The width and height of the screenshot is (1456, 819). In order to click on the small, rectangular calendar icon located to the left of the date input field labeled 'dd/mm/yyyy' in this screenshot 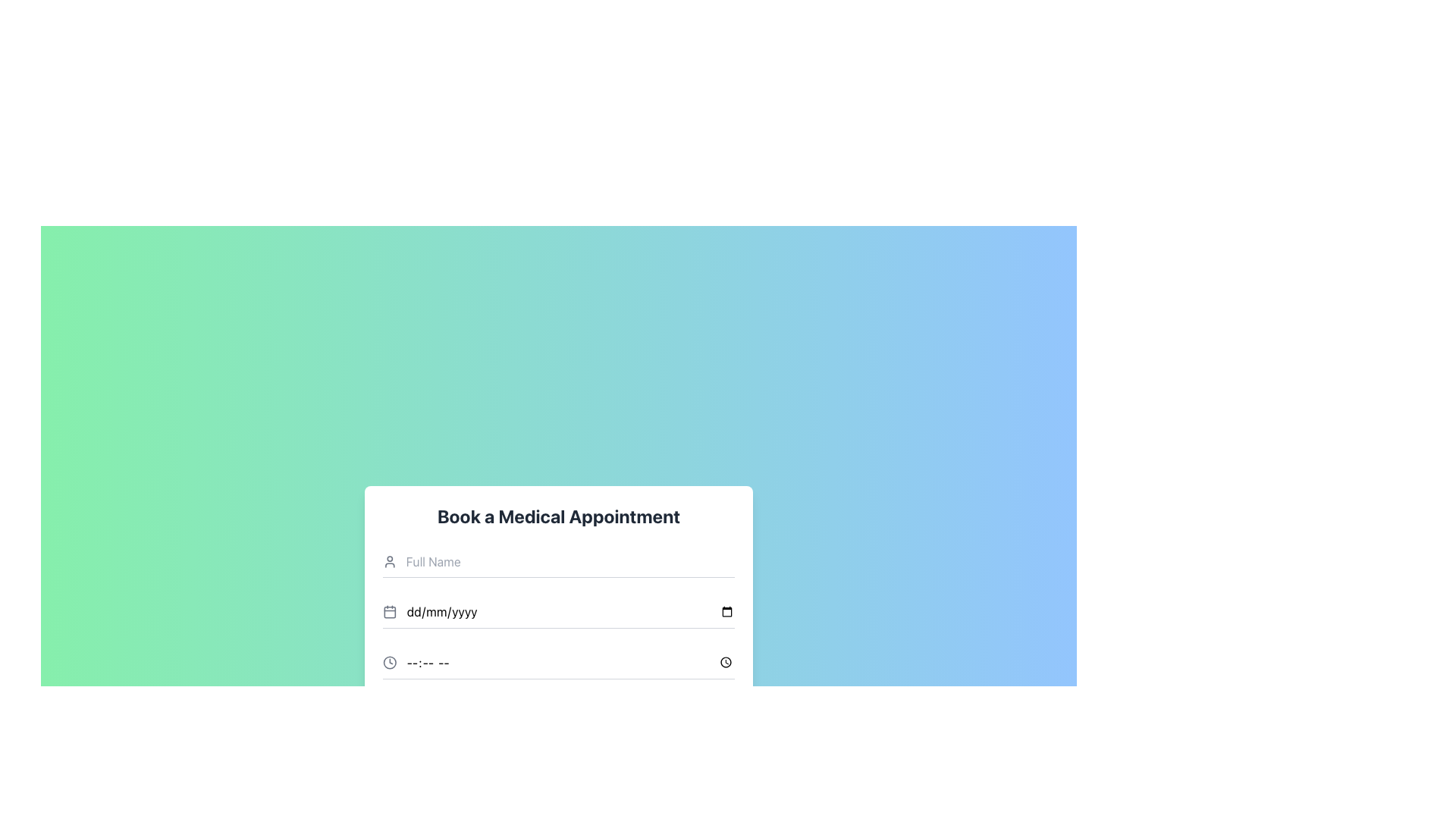, I will do `click(390, 611)`.